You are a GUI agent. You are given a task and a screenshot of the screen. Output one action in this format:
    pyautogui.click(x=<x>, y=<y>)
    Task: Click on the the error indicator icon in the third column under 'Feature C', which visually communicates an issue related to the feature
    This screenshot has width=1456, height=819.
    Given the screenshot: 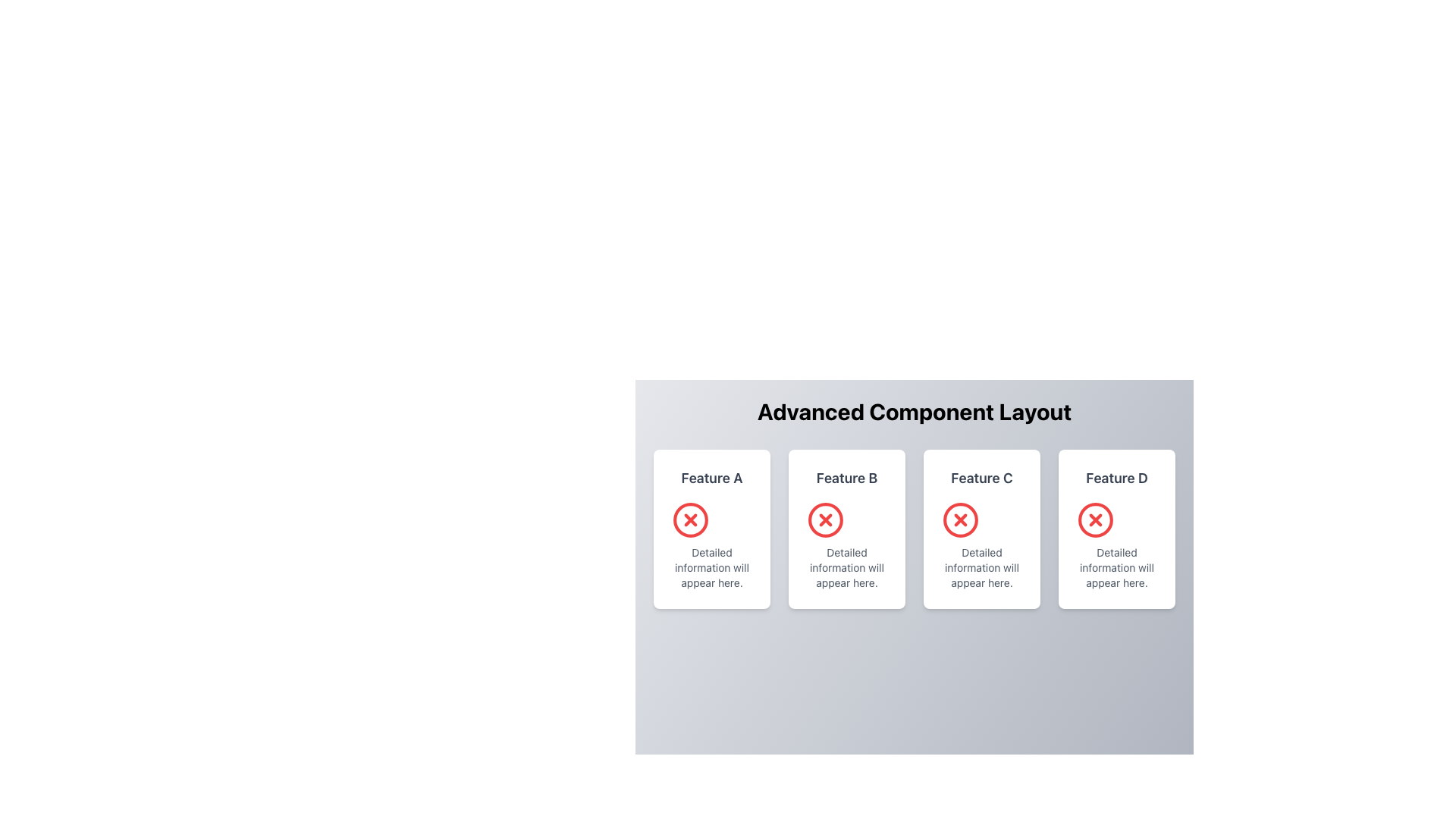 What is the action you would take?
    pyautogui.click(x=960, y=519)
    